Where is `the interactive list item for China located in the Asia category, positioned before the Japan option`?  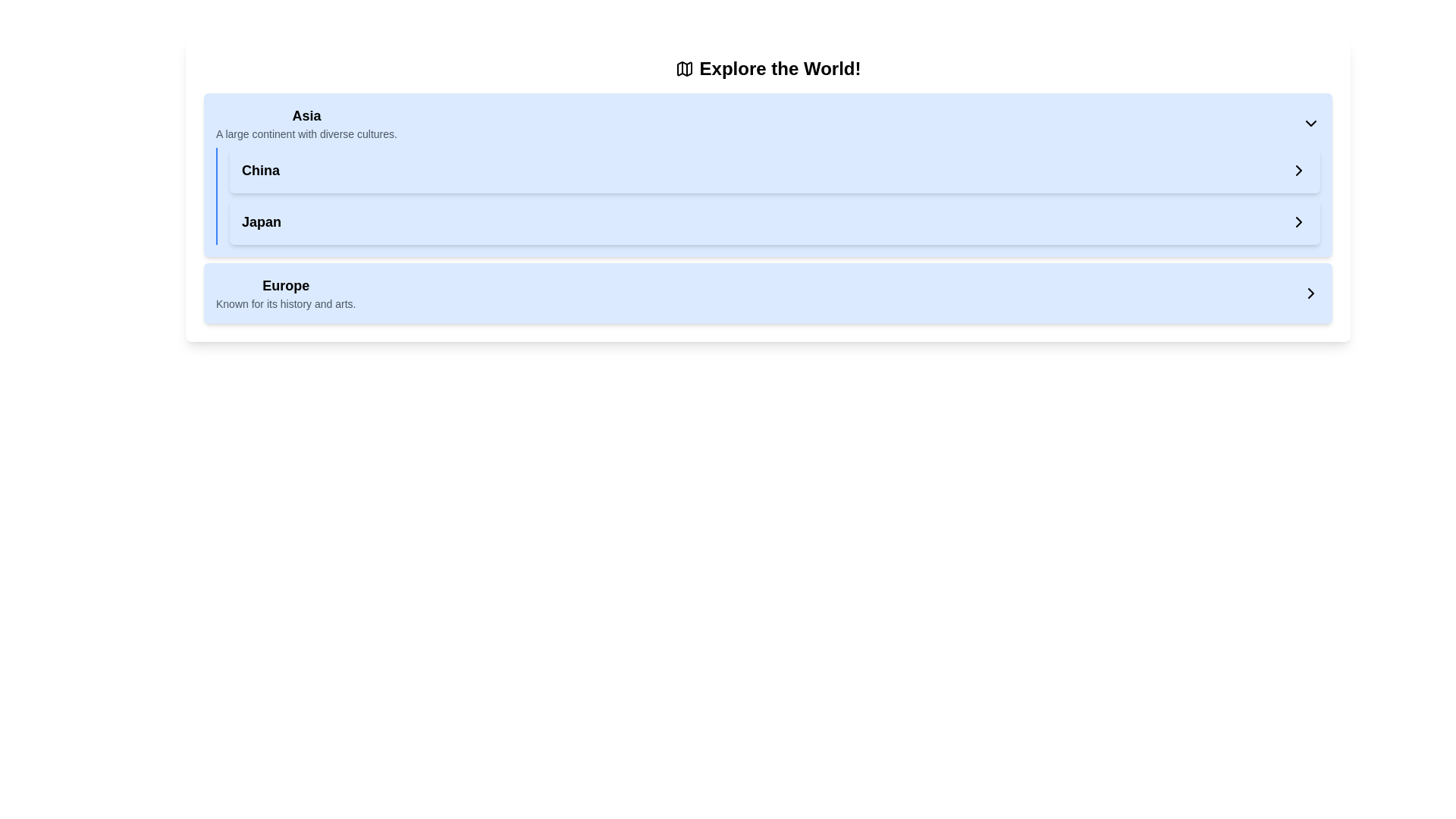 the interactive list item for China located in the Asia category, positioned before the Japan option is located at coordinates (775, 170).